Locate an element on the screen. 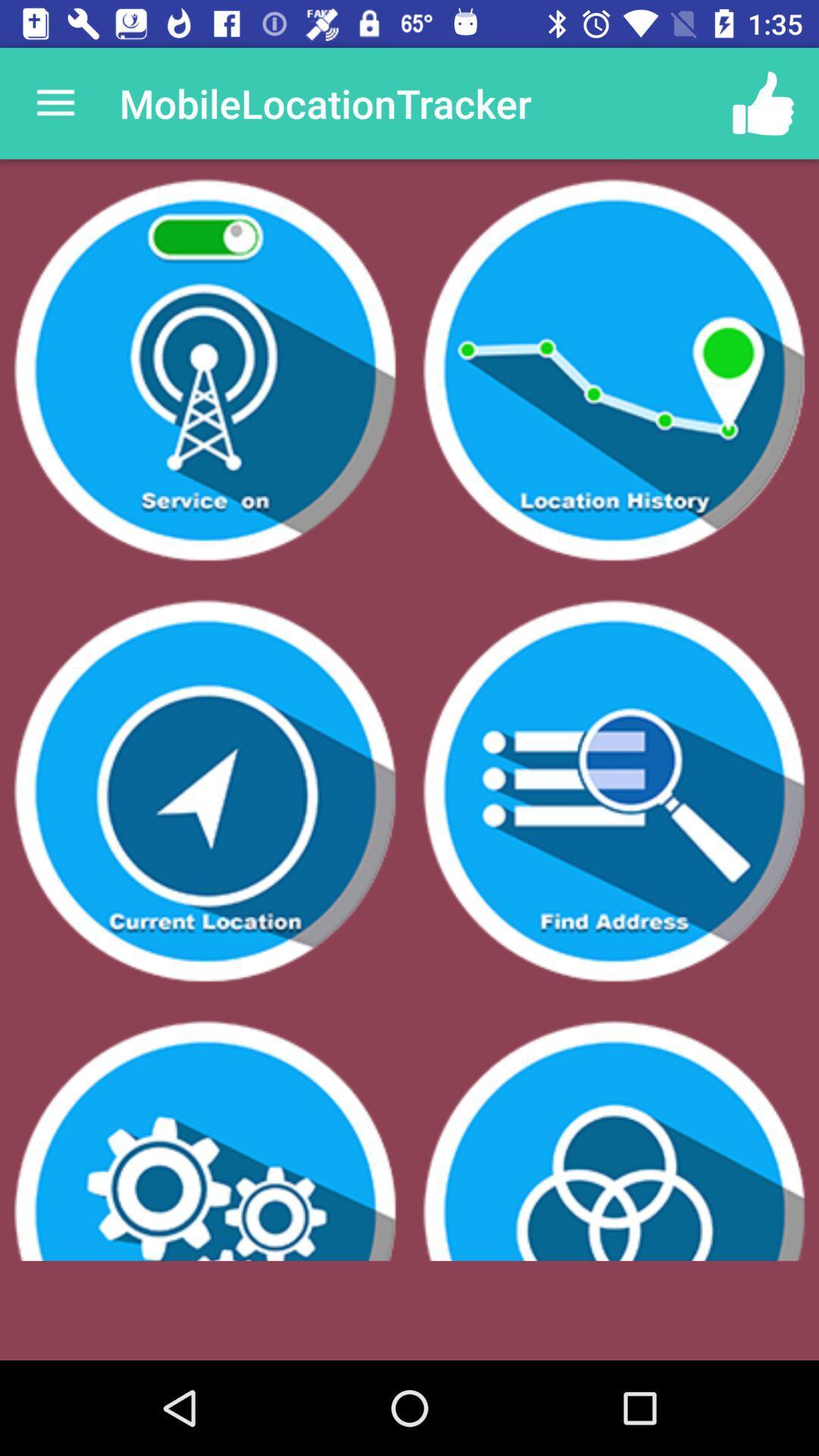  app next to mobilelocationtracker is located at coordinates (55, 102).